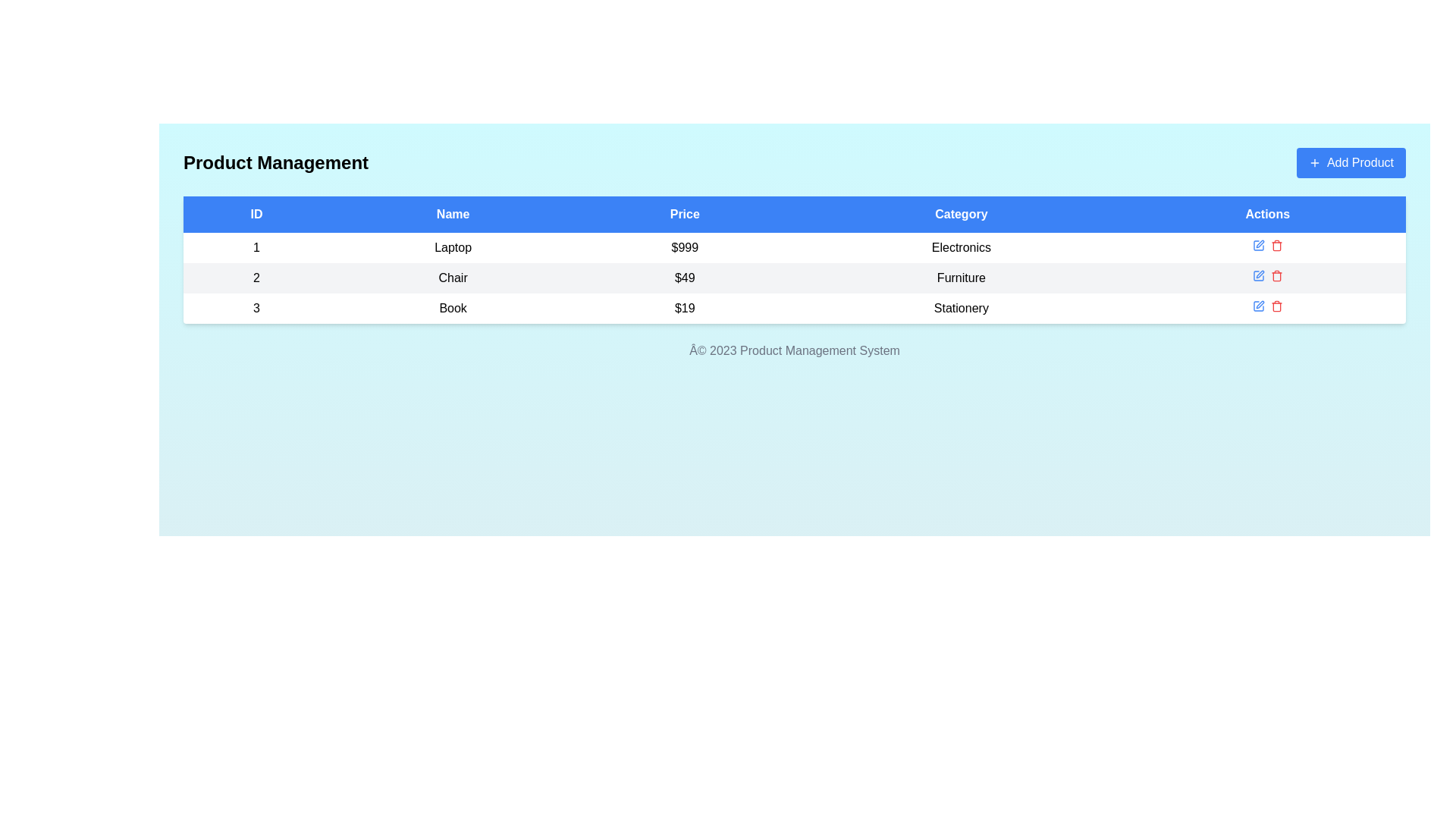 This screenshot has height=819, width=1456. What do you see at coordinates (1258, 275) in the screenshot?
I see `the stylized pen icon in the 'Actions' column associated with the item 'Chair'` at bounding box center [1258, 275].